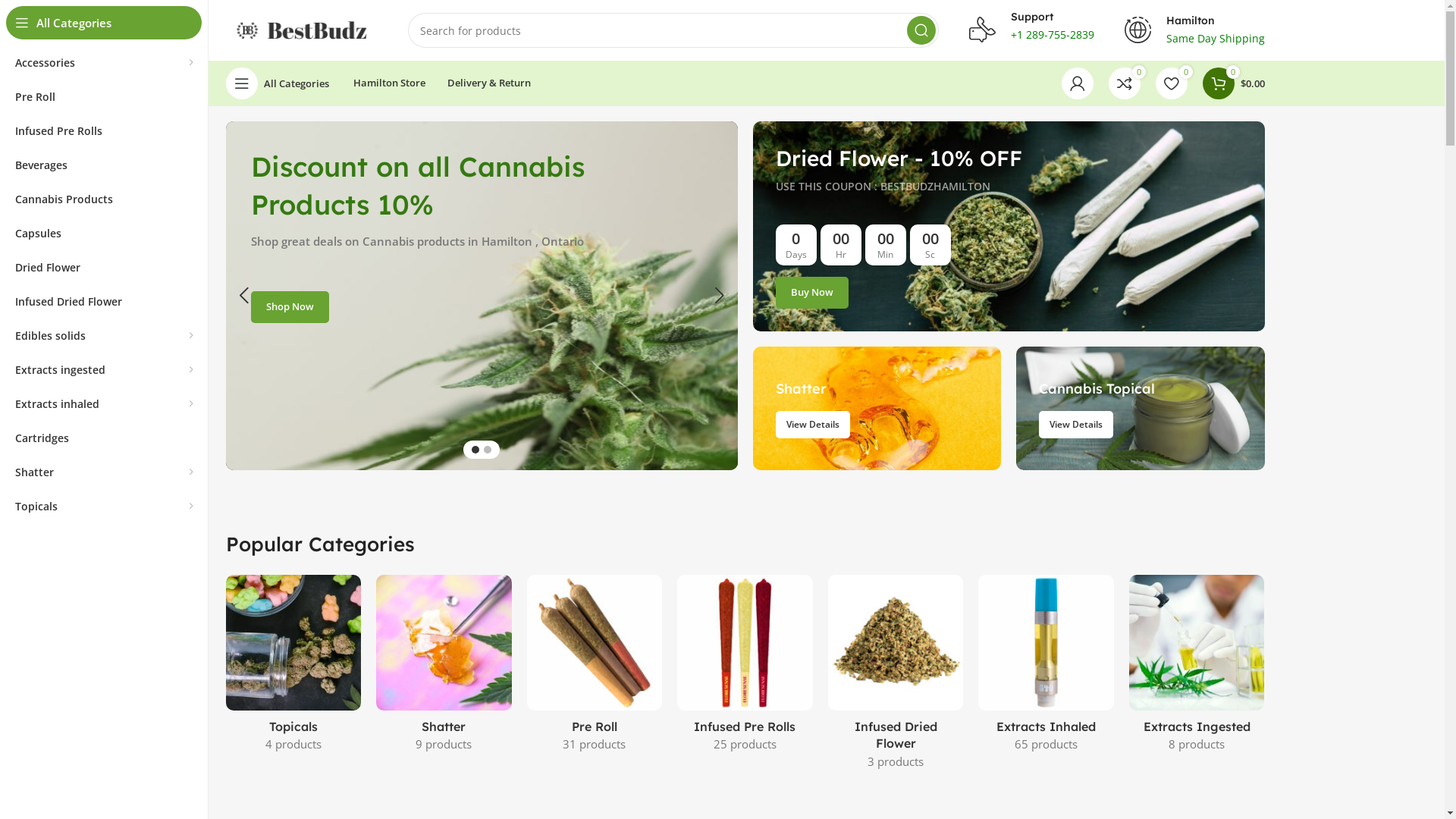  What do you see at coordinates (103, 165) in the screenshot?
I see `'Beverages'` at bounding box center [103, 165].